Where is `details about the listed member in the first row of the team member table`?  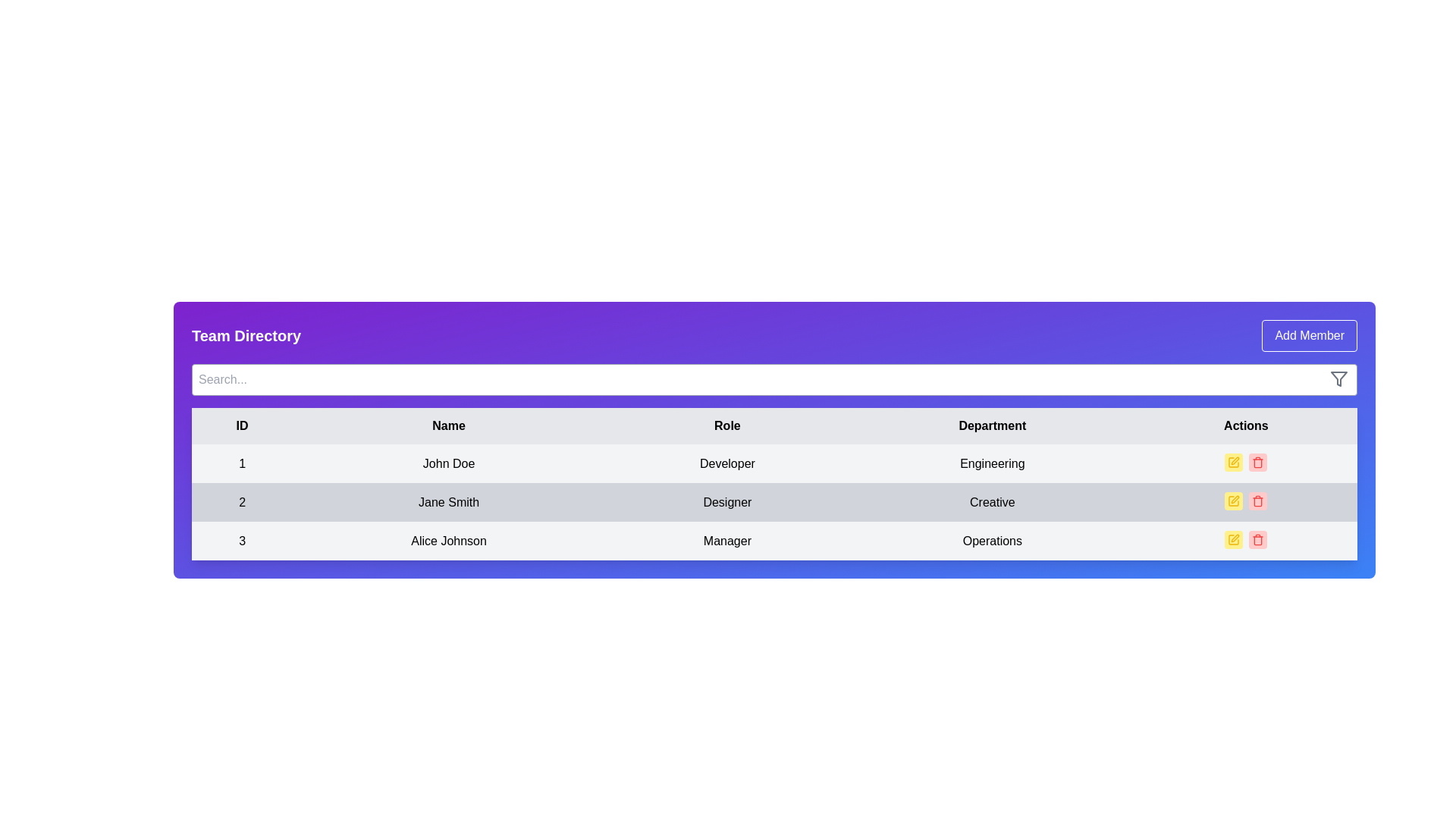 details about the listed member in the first row of the team member table is located at coordinates (774, 463).